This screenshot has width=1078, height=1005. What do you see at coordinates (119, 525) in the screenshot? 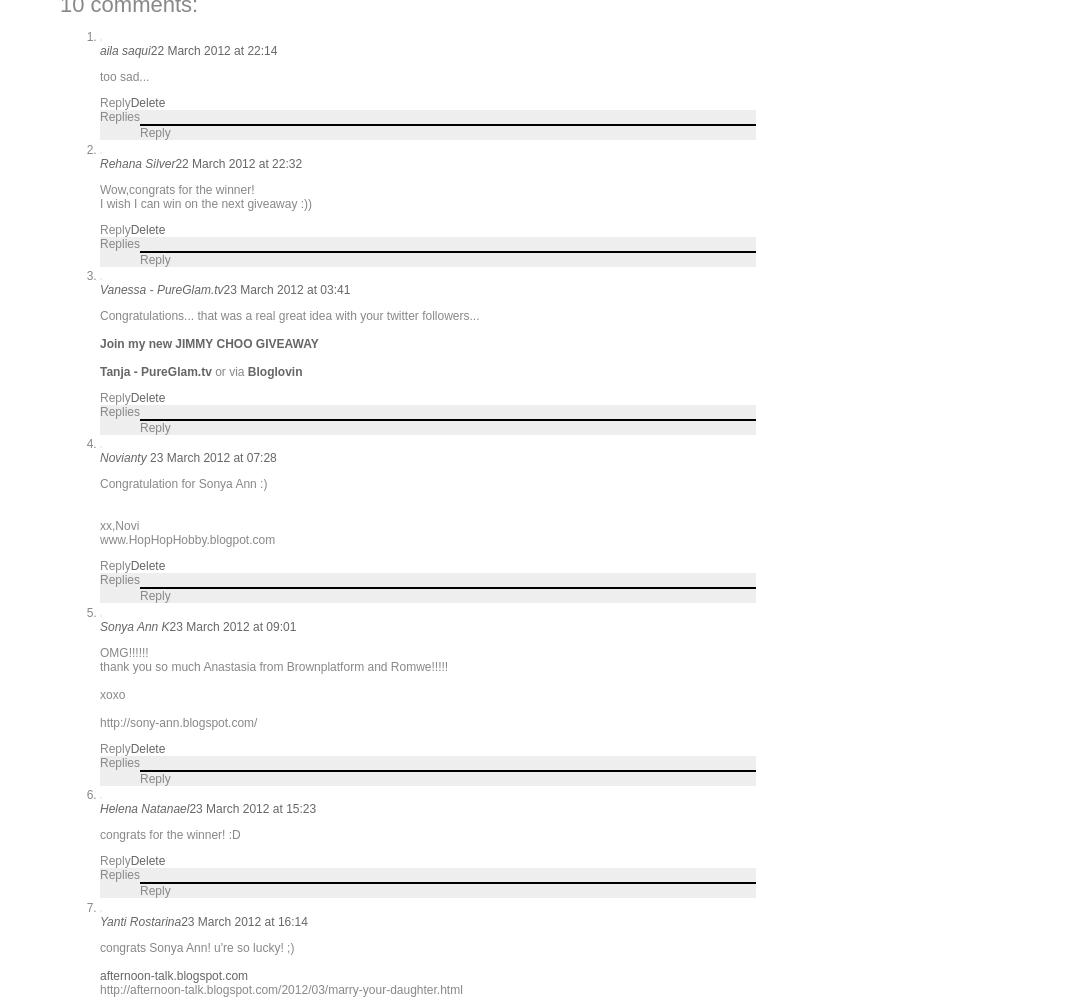
I see `'xx,Novi'` at bounding box center [119, 525].